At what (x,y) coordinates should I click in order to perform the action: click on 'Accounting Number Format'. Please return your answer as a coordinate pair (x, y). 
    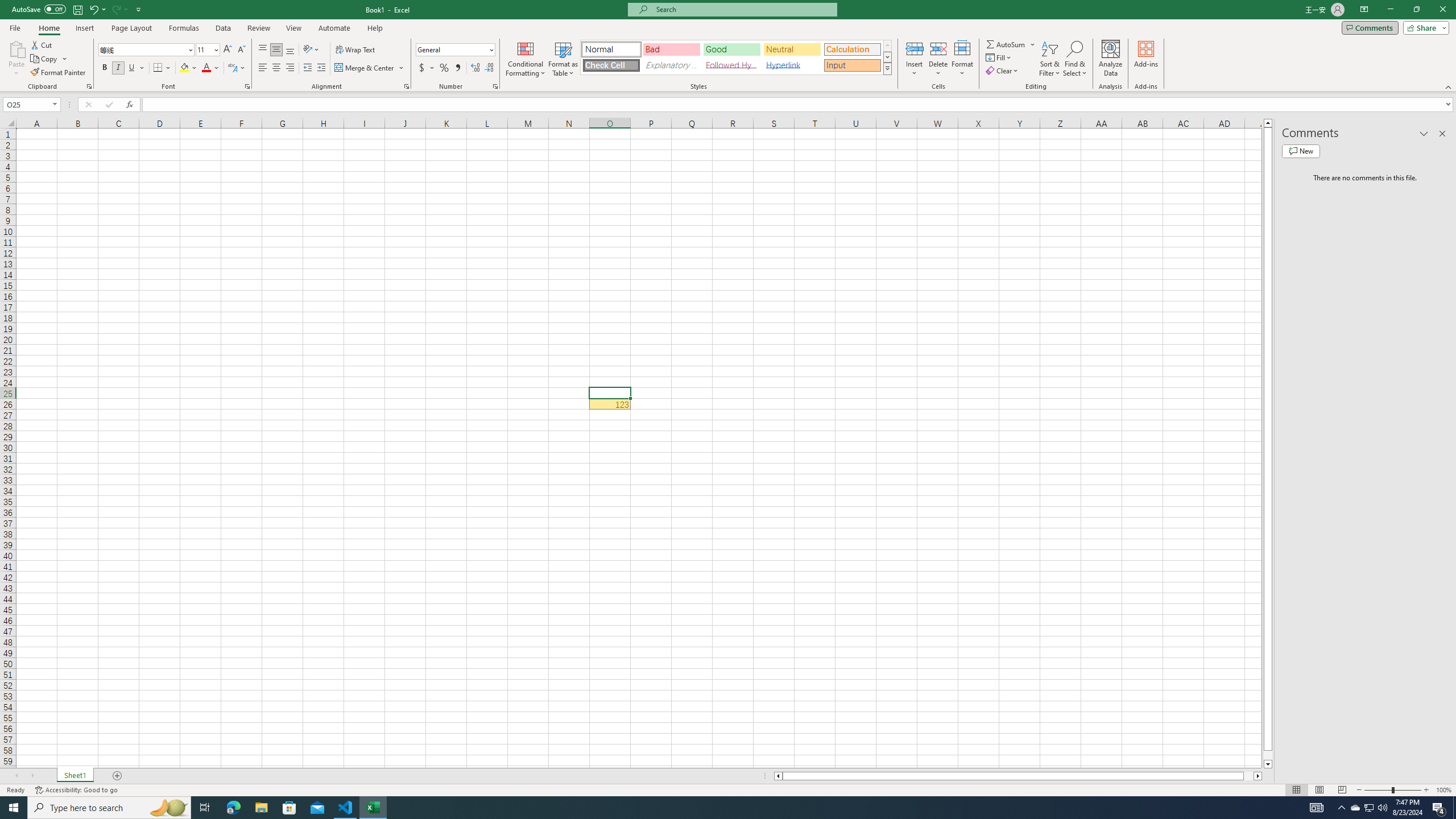
    Looking at the image, I should click on (427, 67).